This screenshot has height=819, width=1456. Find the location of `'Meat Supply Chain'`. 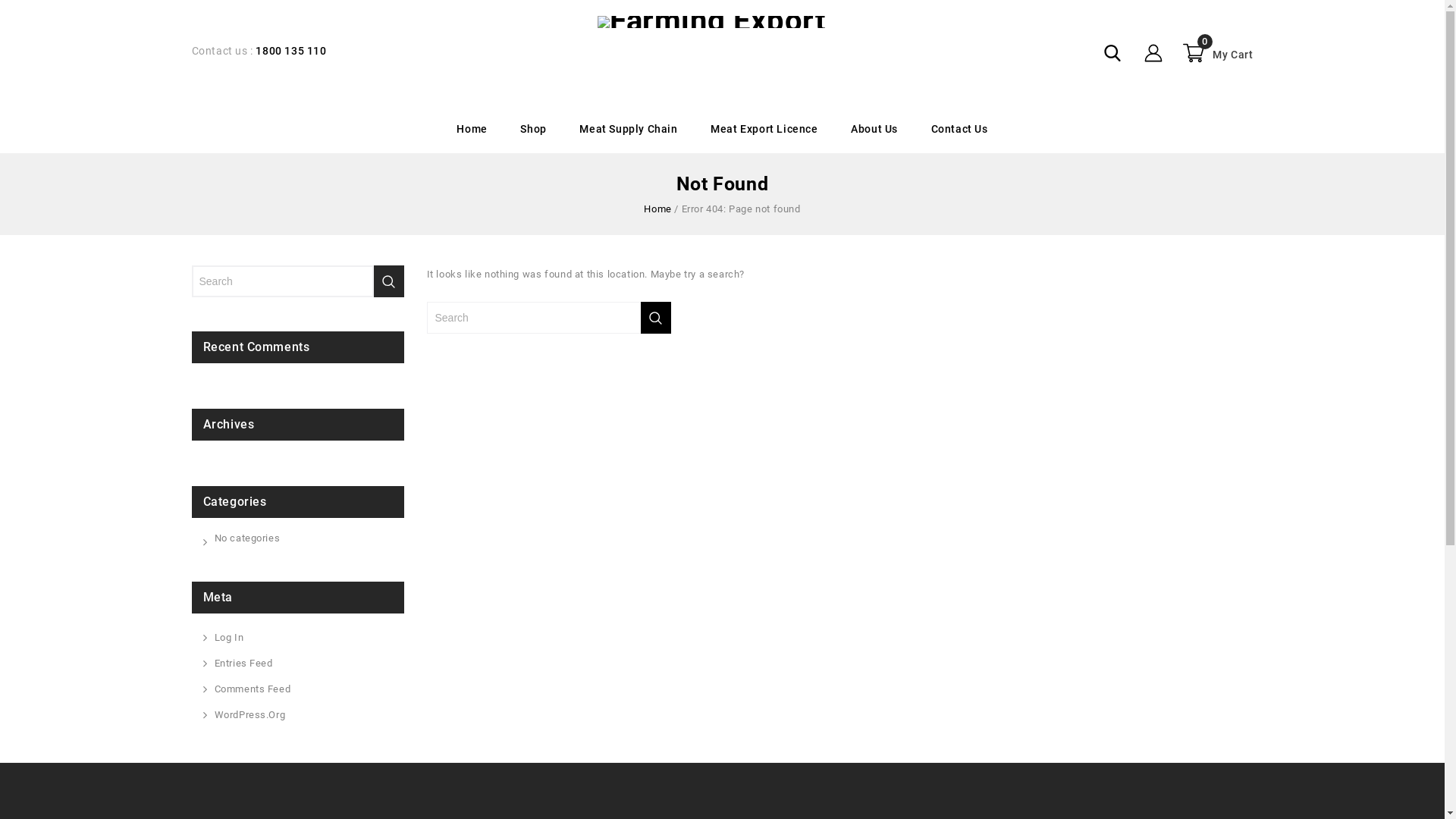

'Meat Supply Chain' is located at coordinates (628, 128).